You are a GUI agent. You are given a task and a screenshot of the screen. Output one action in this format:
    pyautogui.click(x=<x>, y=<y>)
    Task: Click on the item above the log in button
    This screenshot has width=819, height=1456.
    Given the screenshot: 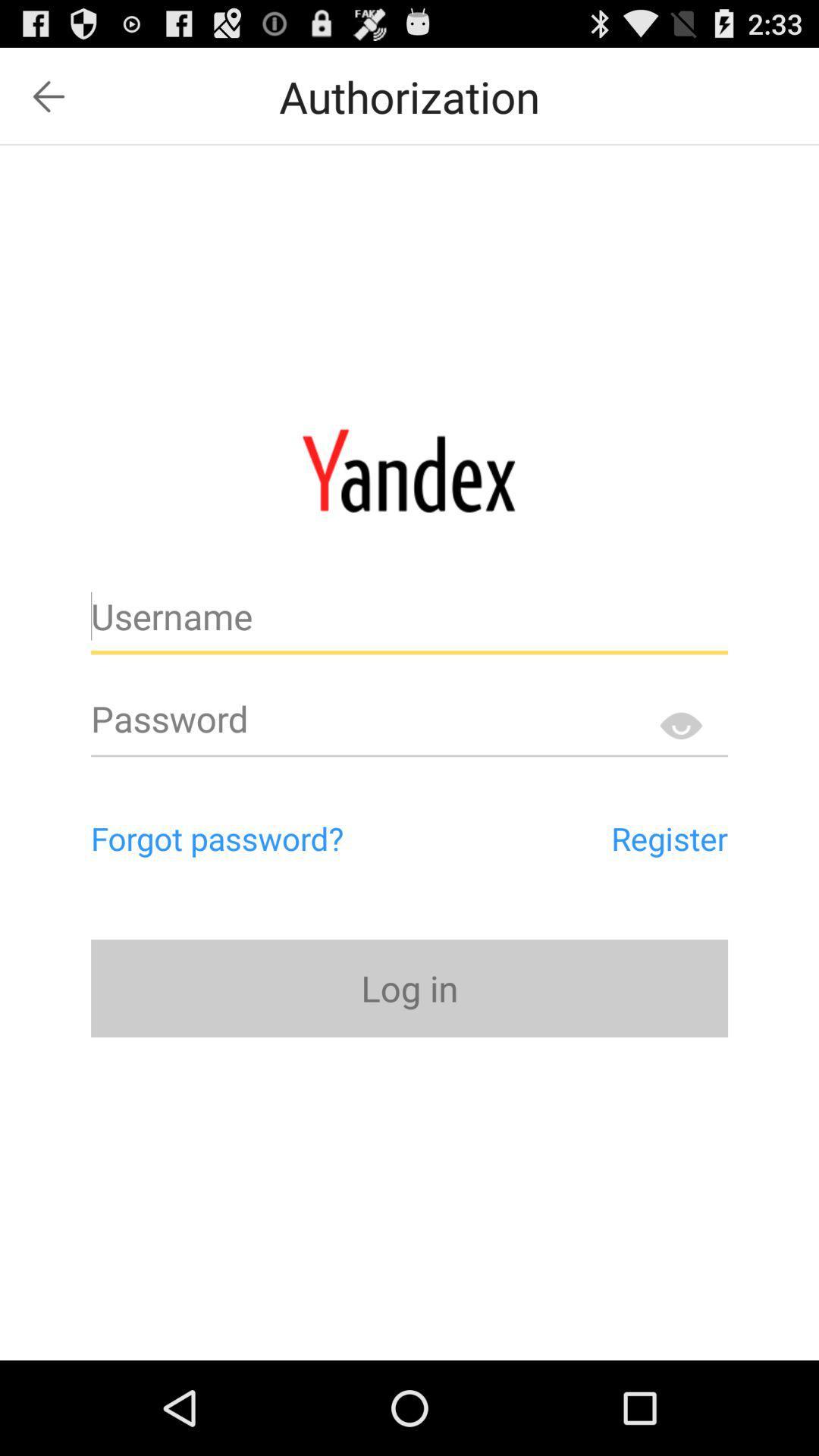 What is the action you would take?
    pyautogui.click(x=281, y=837)
    